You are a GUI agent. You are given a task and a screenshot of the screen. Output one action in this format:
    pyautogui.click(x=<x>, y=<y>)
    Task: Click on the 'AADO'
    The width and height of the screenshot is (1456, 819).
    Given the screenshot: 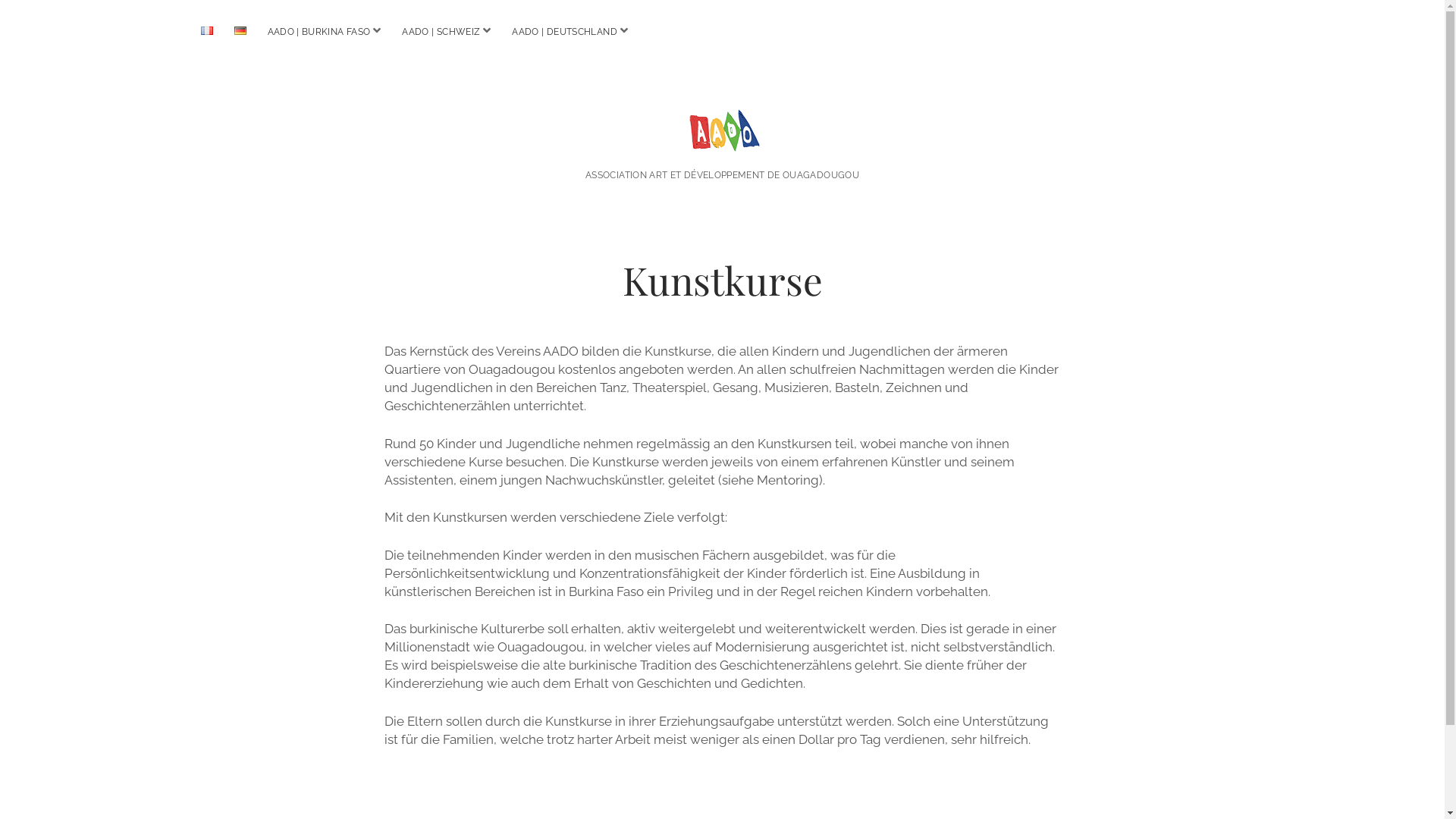 What is the action you would take?
    pyautogui.click(x=720, y=133)
    